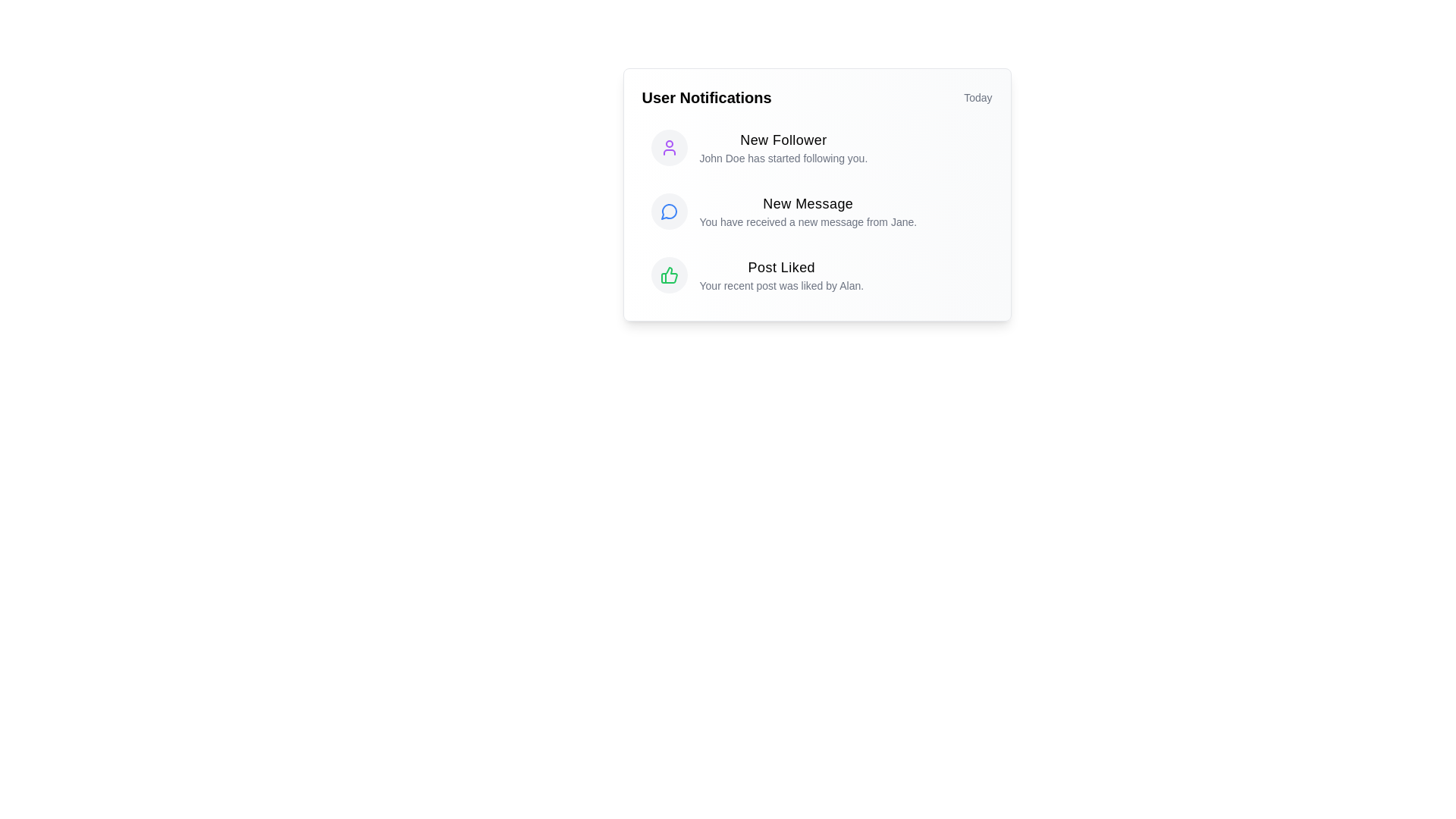  Describe the element at coordinates (807, 222) in the screenshot. I see `message displayed as 'You have received a new message from Jane.' located below the 'New Message' header in the notification panel` at that location.